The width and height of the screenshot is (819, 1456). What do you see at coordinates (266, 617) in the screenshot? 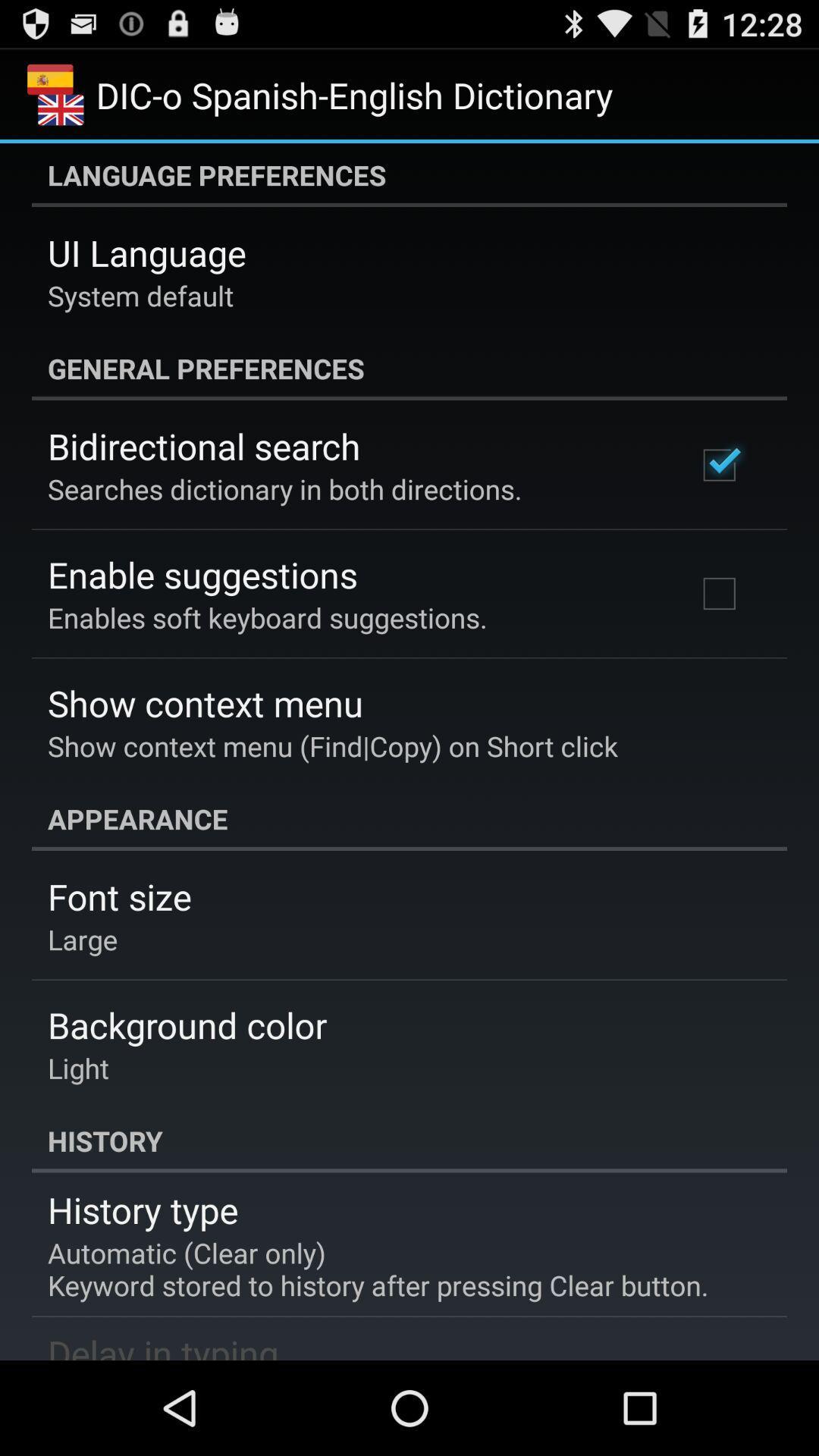
I see `the icon below enable suggestions app` at bounding box center [266, 617].